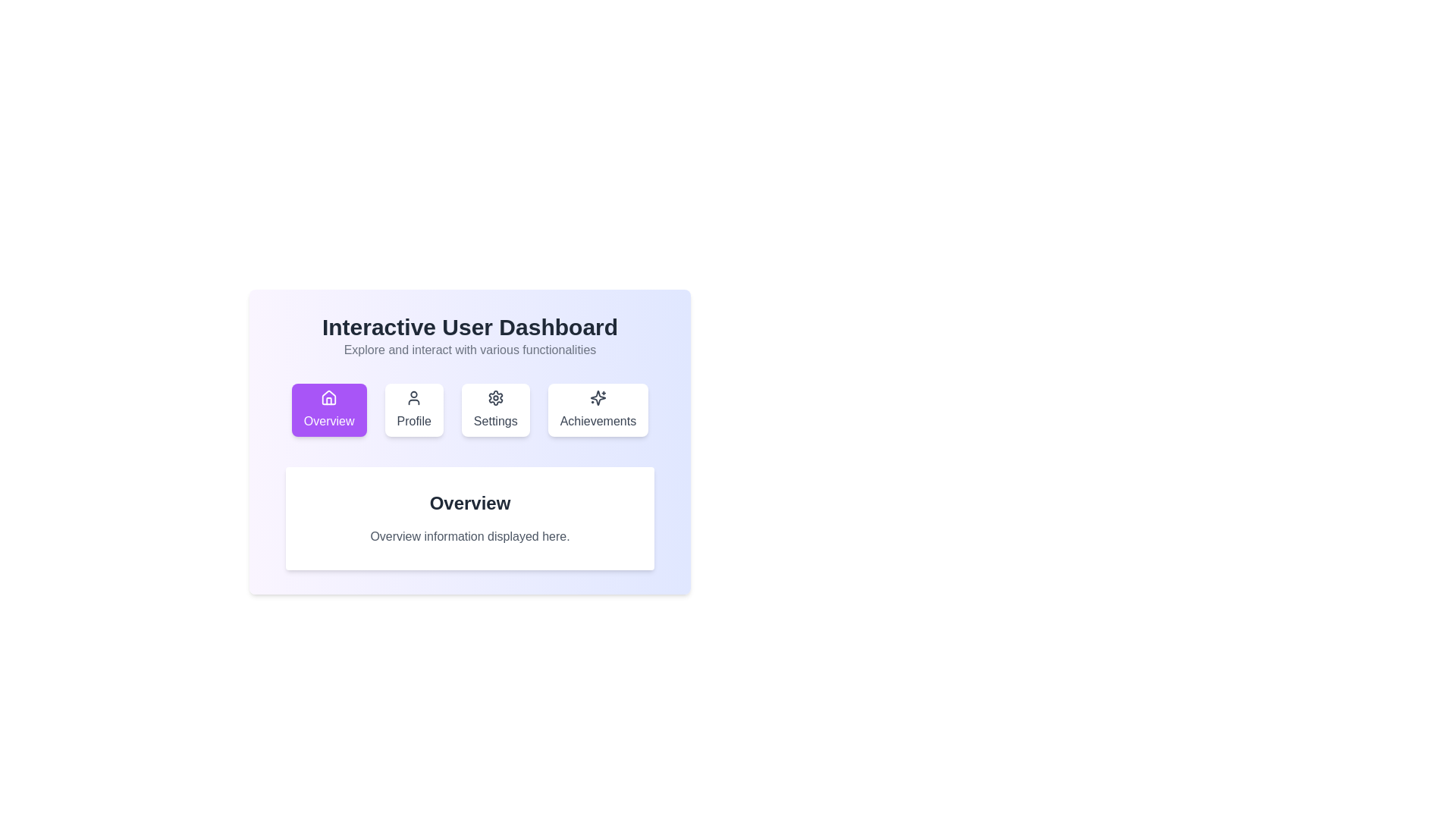  What do you see at coordinates (414, 421) in the screenshot?
I see `text label displaying 'Profile' in dark gray color, centrally positioned below the user profile icon in the Interactive User Dashboard` at bounding box center [414, 421].